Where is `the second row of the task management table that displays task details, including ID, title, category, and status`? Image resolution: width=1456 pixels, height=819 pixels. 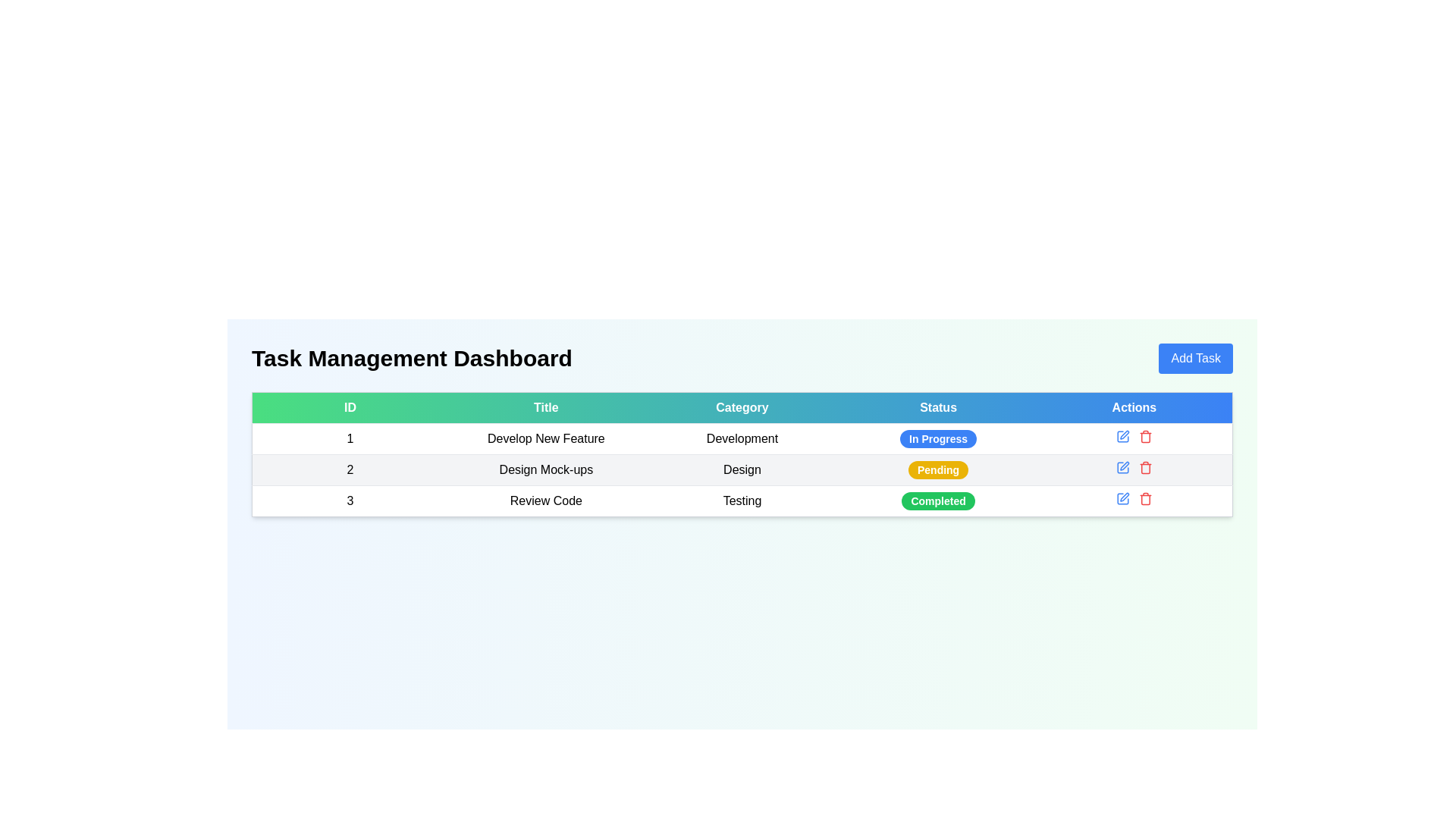
the second row of the task management table that displays task details, including ID, title, category, and status is located at coordinates (742, 469).